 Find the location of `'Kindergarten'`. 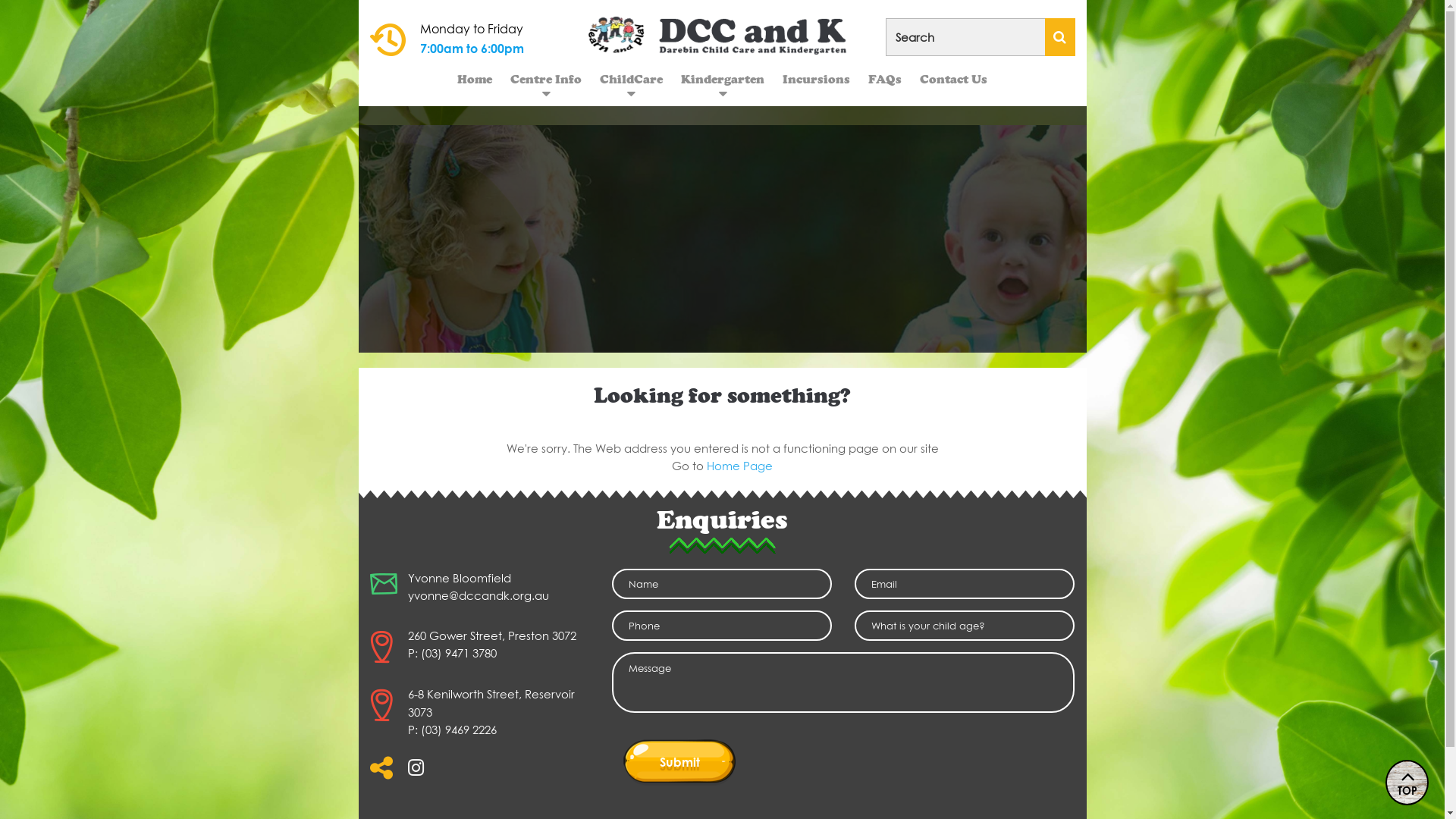

'Kindergarten' is located at coordinates (722, 79).